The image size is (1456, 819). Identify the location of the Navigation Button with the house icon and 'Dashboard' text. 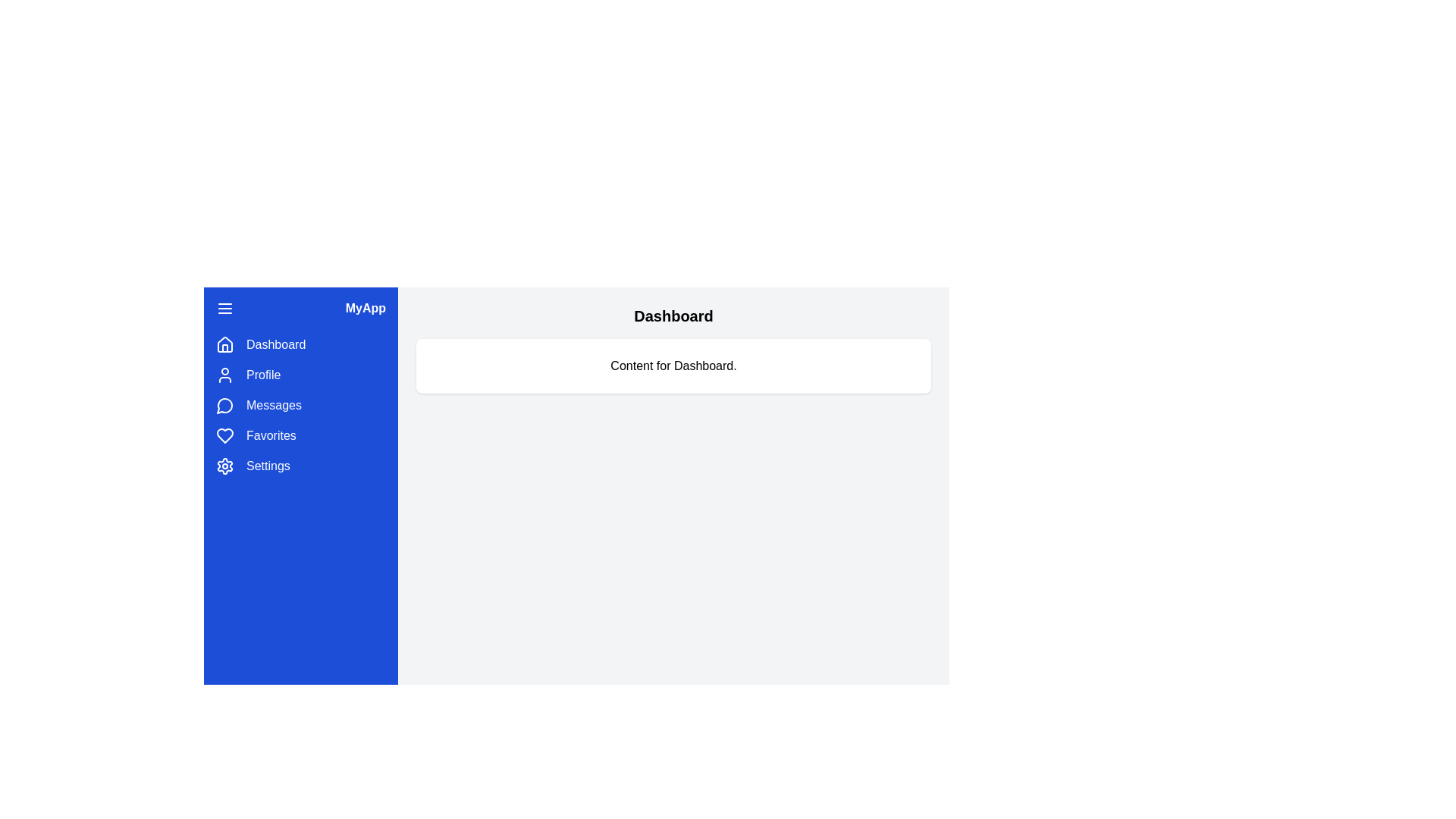
(301, 345).